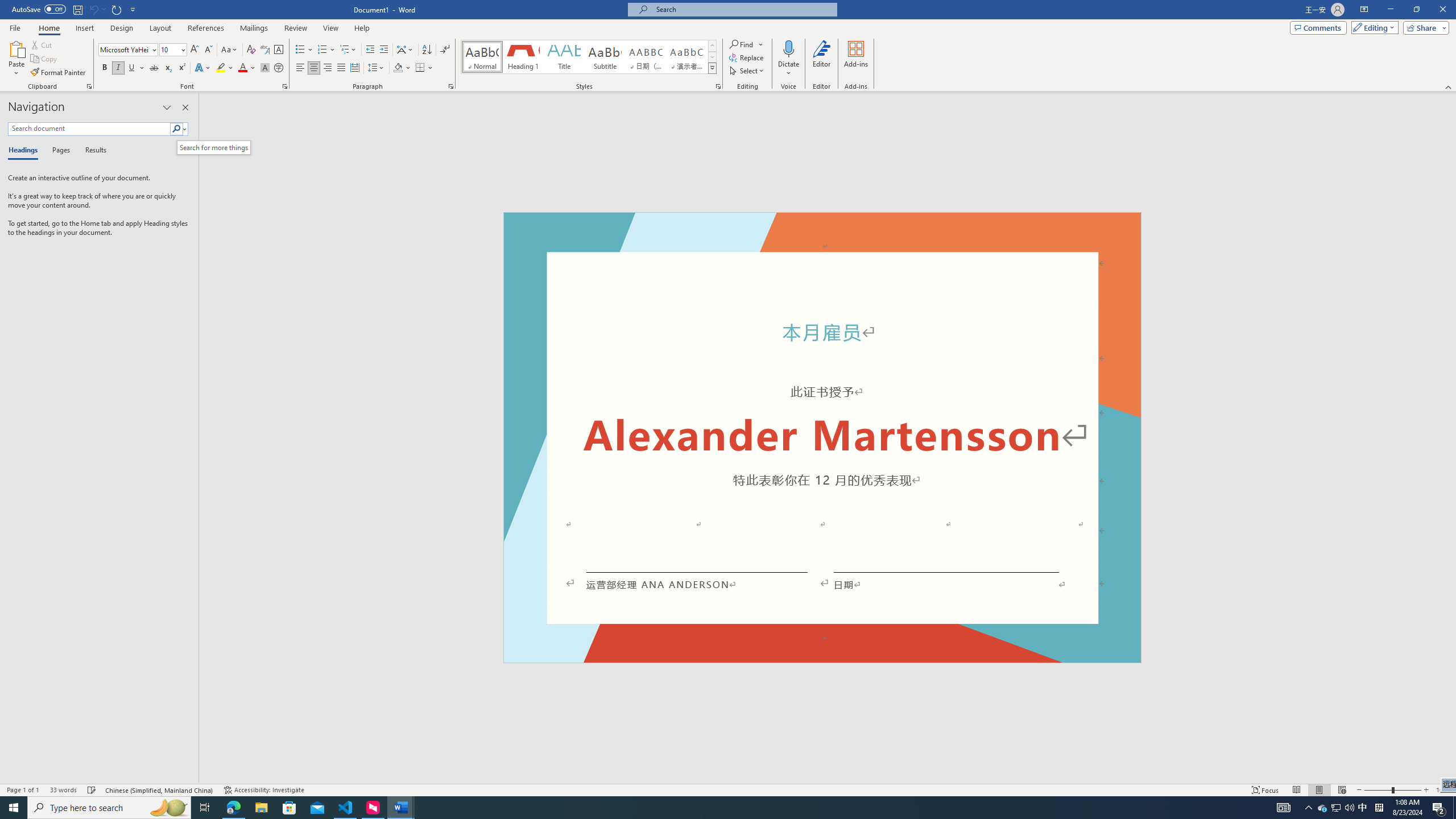 This screenshot has width=1456, height=819. What do you see at coordinates (97, 9) in the screenshot?
I see `'Can'` at bounding box center [97, 9].